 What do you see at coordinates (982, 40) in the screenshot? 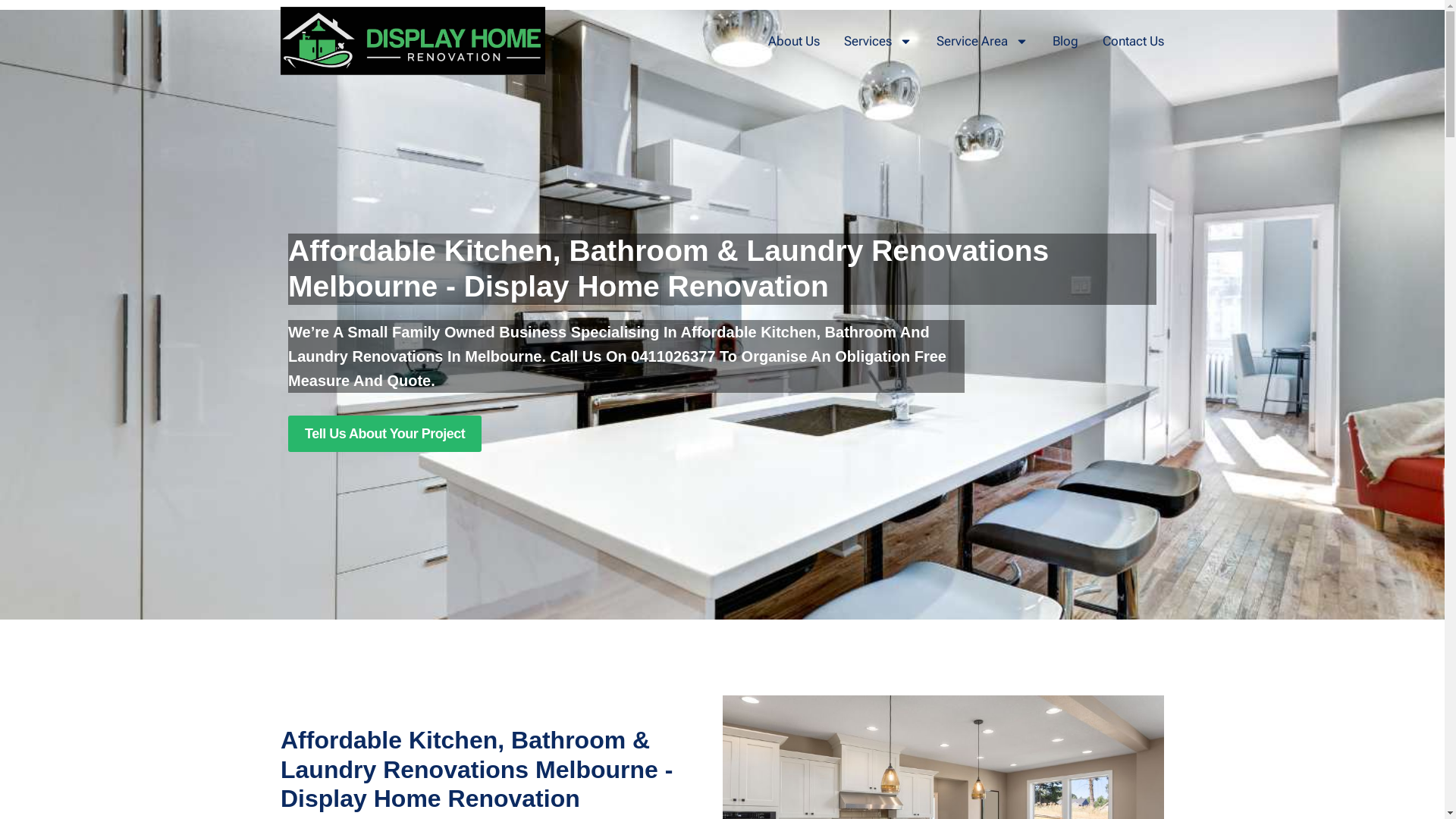
I see `'Service Area'` at bounding box center [982, 40].